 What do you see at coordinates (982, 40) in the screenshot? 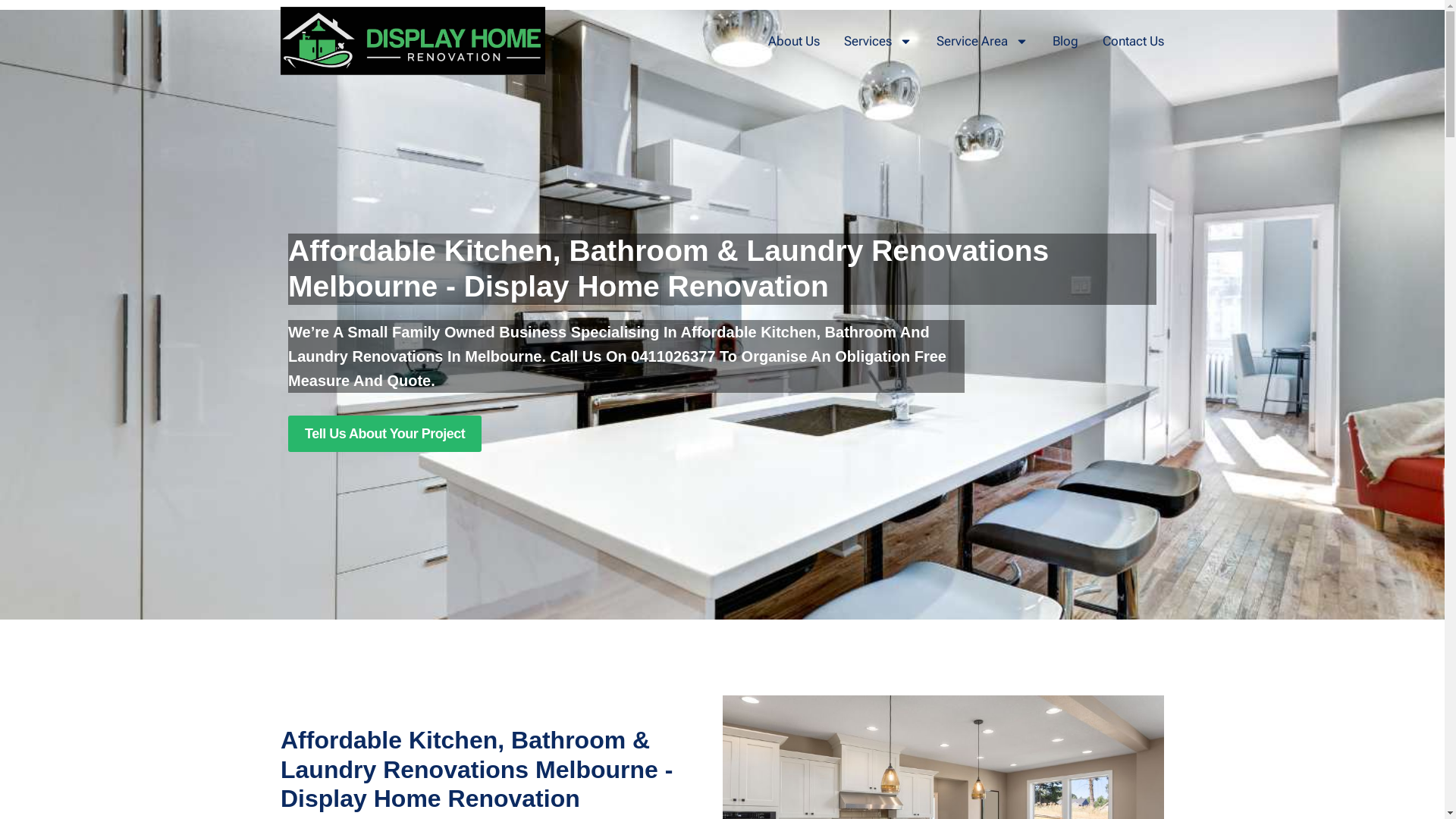
I see `'Service Area'` at bounding box center [982, 40].